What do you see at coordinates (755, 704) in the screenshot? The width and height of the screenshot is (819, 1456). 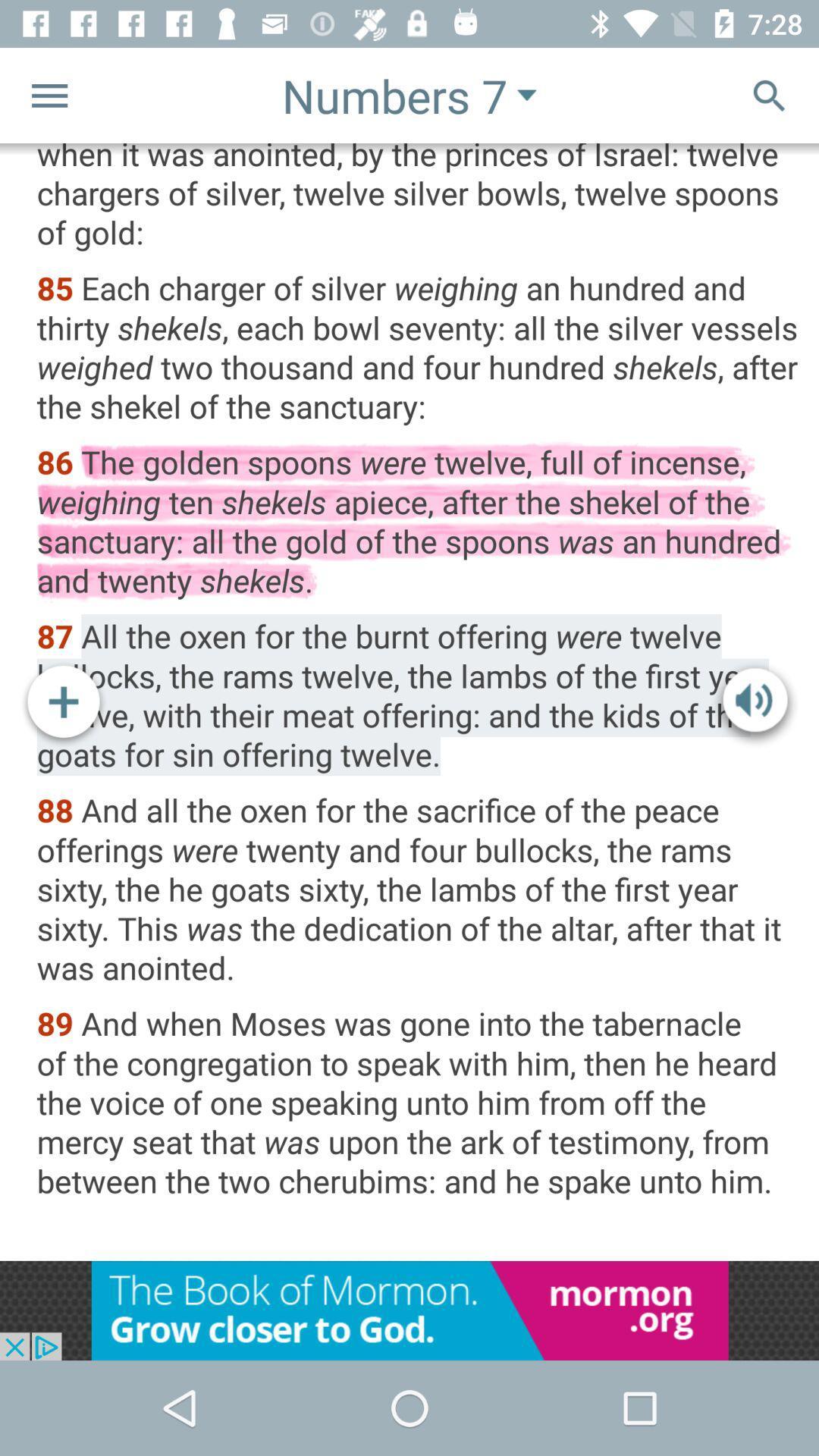 I see `the volume icon` at bounding box center [755, 704].